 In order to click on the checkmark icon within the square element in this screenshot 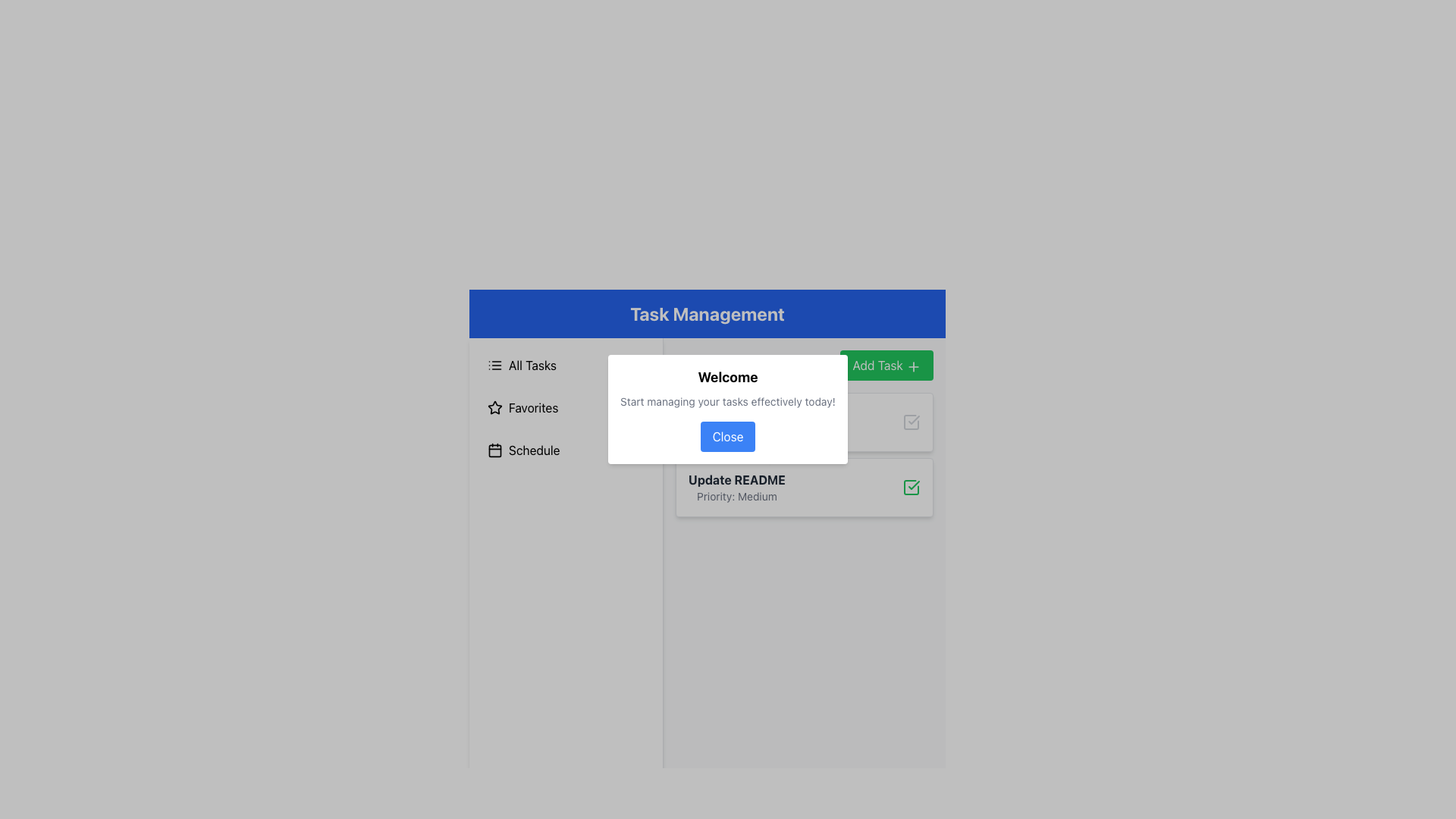, I will do `click(913, 485)`.